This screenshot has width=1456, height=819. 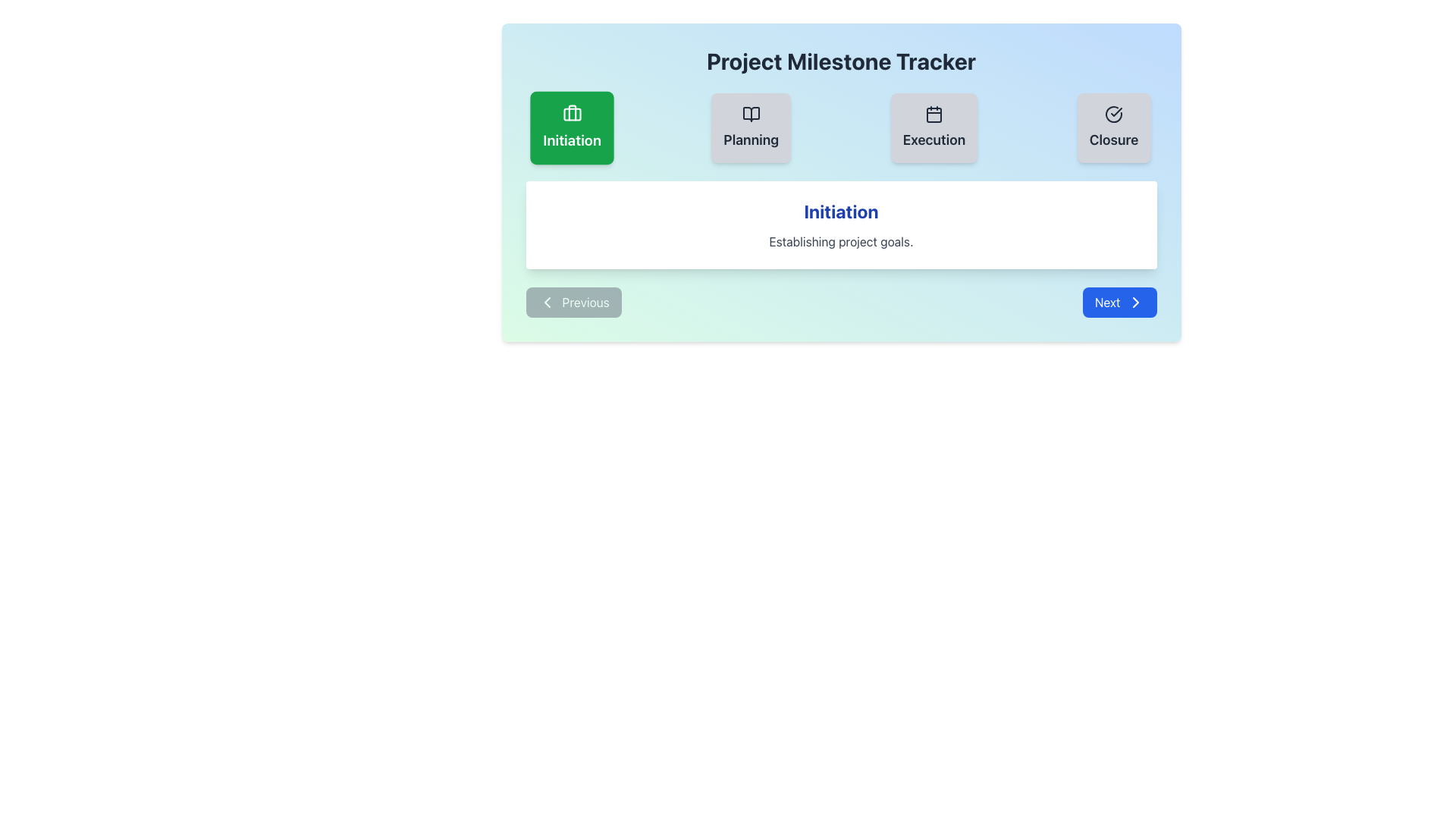 I want to click on the open book icon located at the top of the 'Planning' tile in the interface, so click(x=751, y=113).